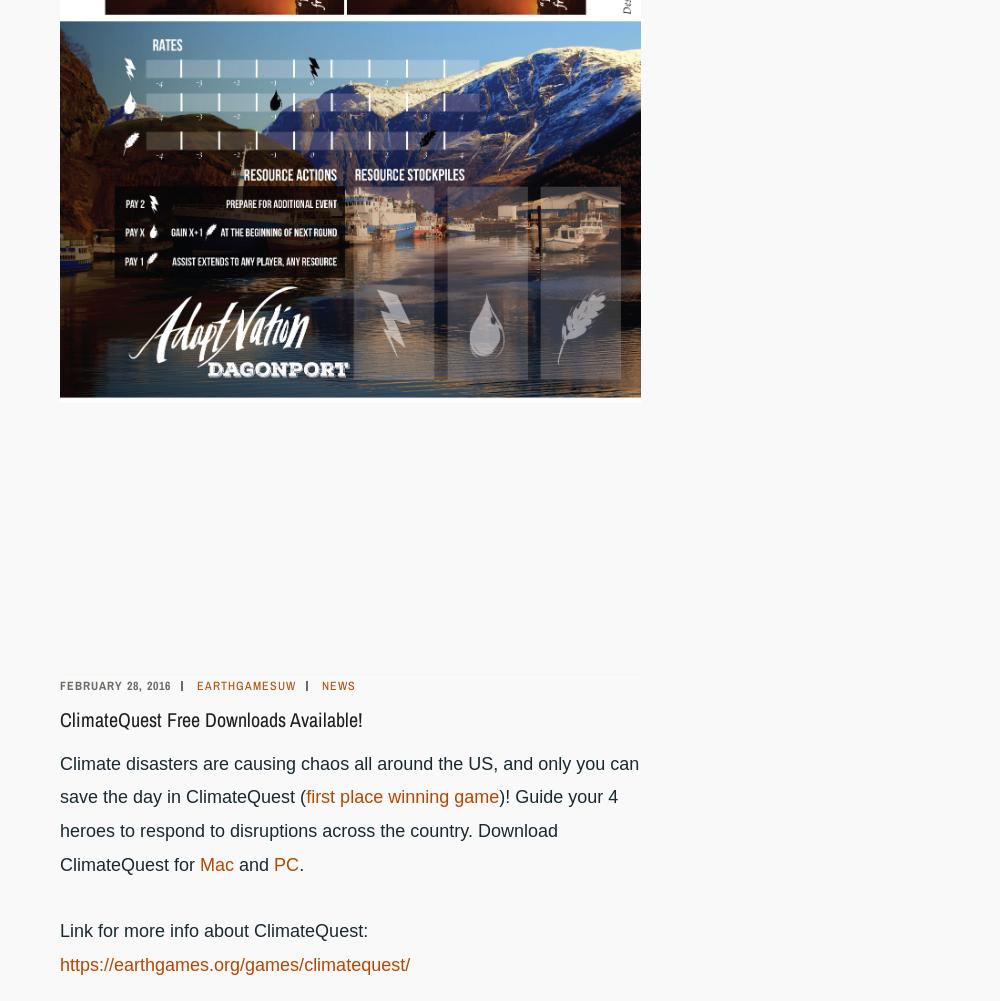 The height and width of the screenshot is (1001, 1000). I want to click on 'ClimateQuest Free Downloads Available!', so click(60, 718).